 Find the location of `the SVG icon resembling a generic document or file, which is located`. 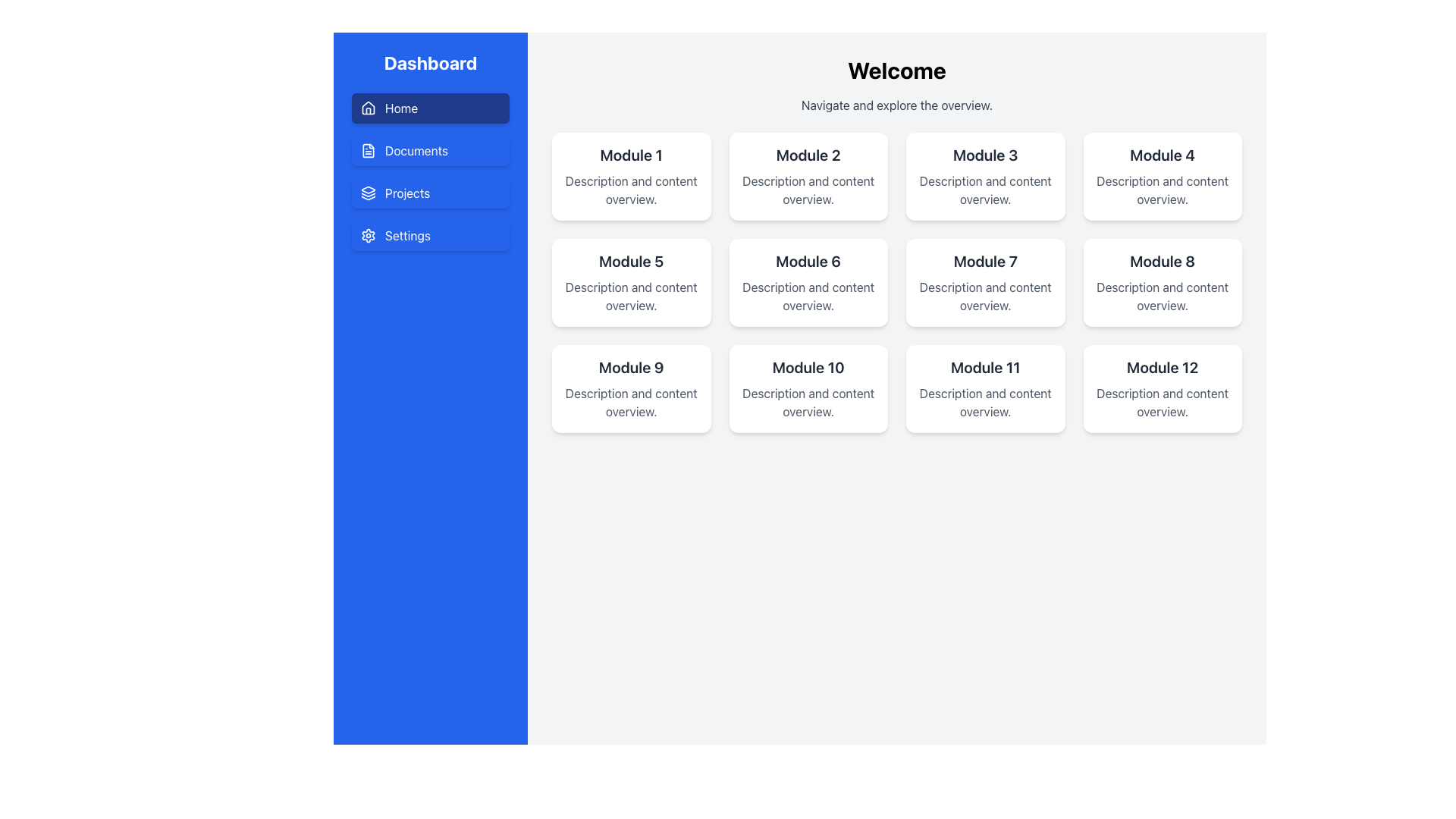

the SVG icon resembling a generic document or file, which is located is located at coordinates (368, 151).